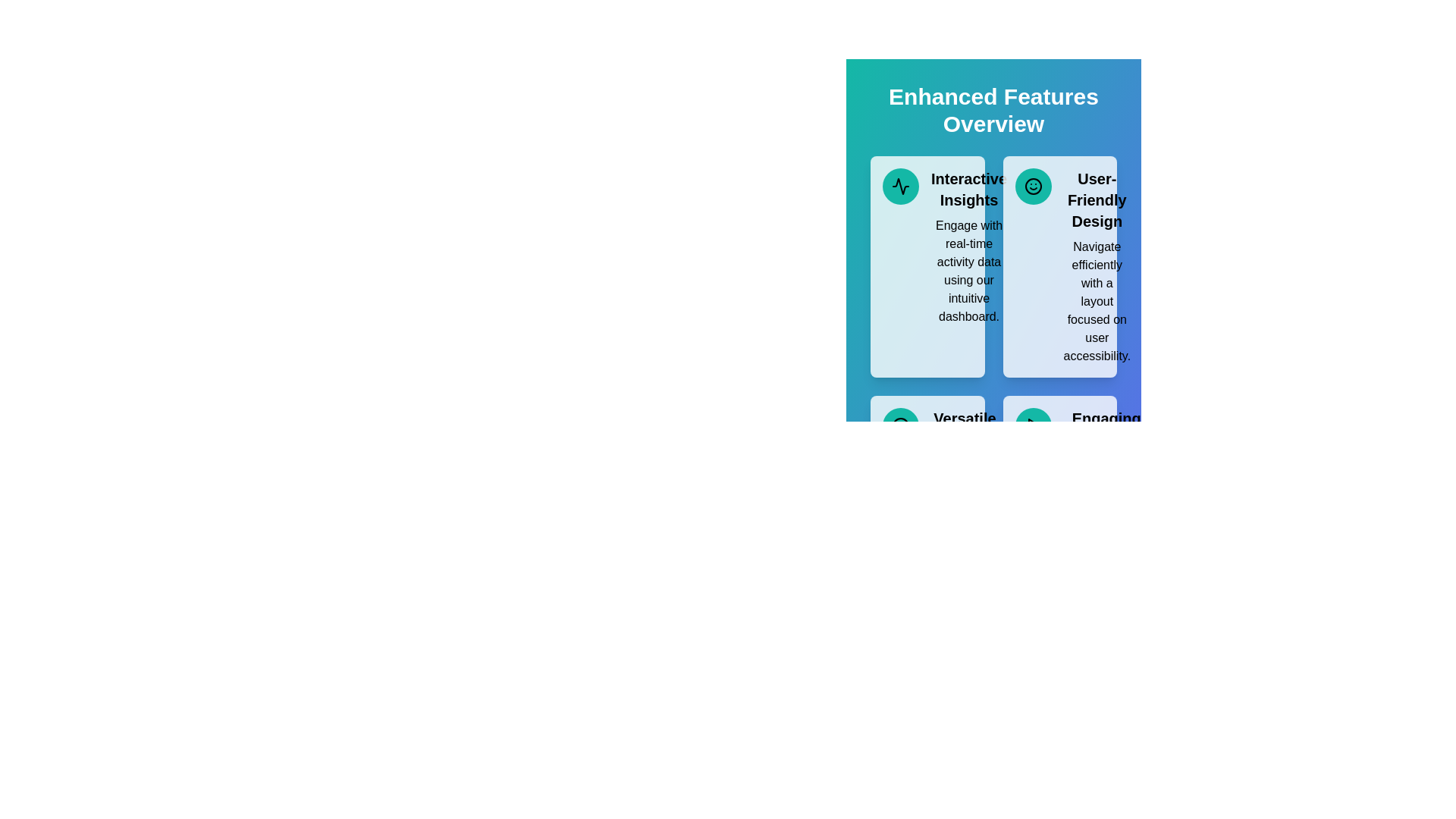  What do you see at coordinates (968, 189) in the screenshot?
I see `title 'Interactive Insights' from the Text Label located at the upper part of the first card in the grid layout, which serves as the main feature highlight` at bounding box center [968, 189].